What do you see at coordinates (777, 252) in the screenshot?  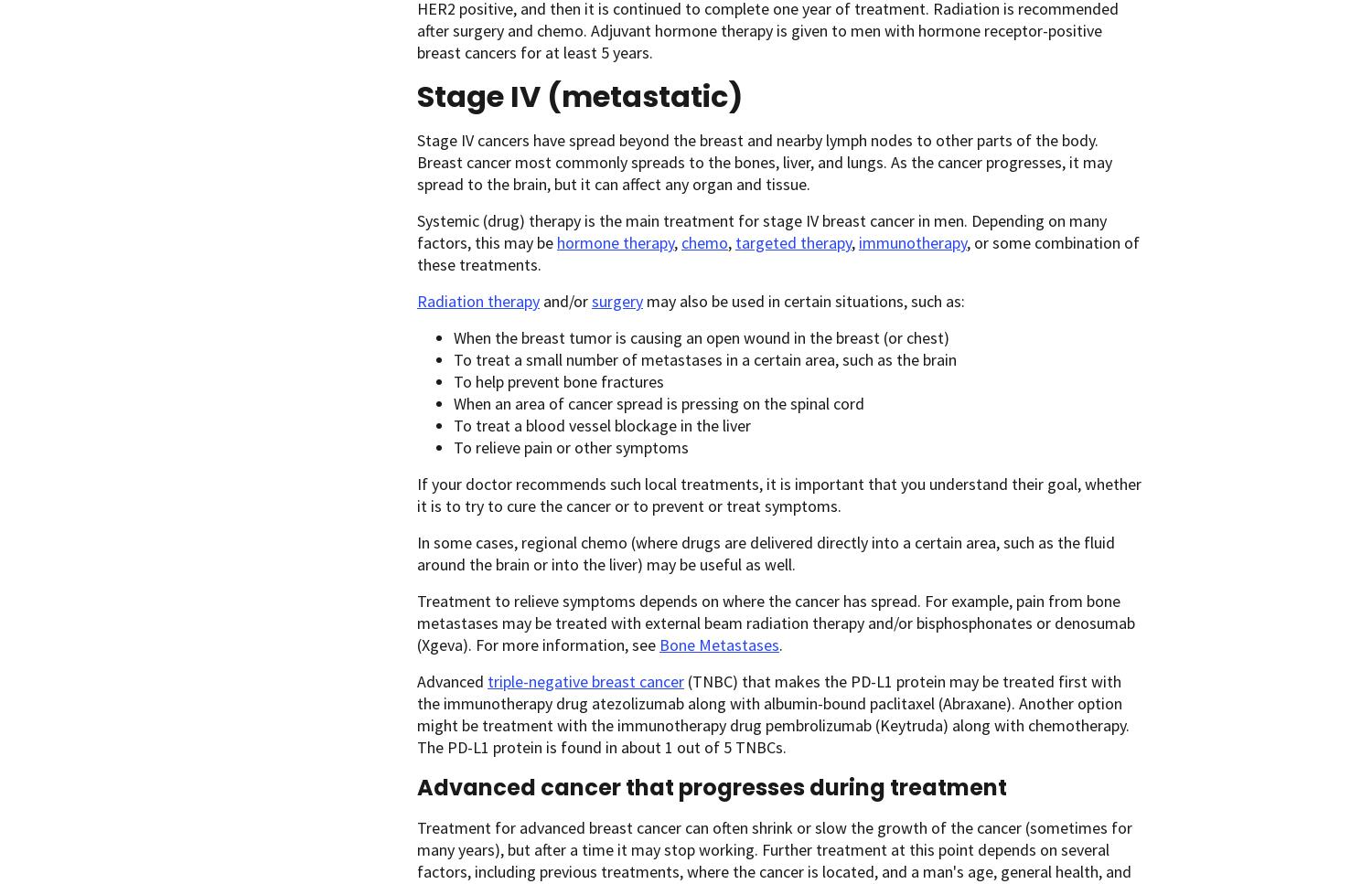 I see `', or some combination of these treatments.'` at bounding box center [777, 252].